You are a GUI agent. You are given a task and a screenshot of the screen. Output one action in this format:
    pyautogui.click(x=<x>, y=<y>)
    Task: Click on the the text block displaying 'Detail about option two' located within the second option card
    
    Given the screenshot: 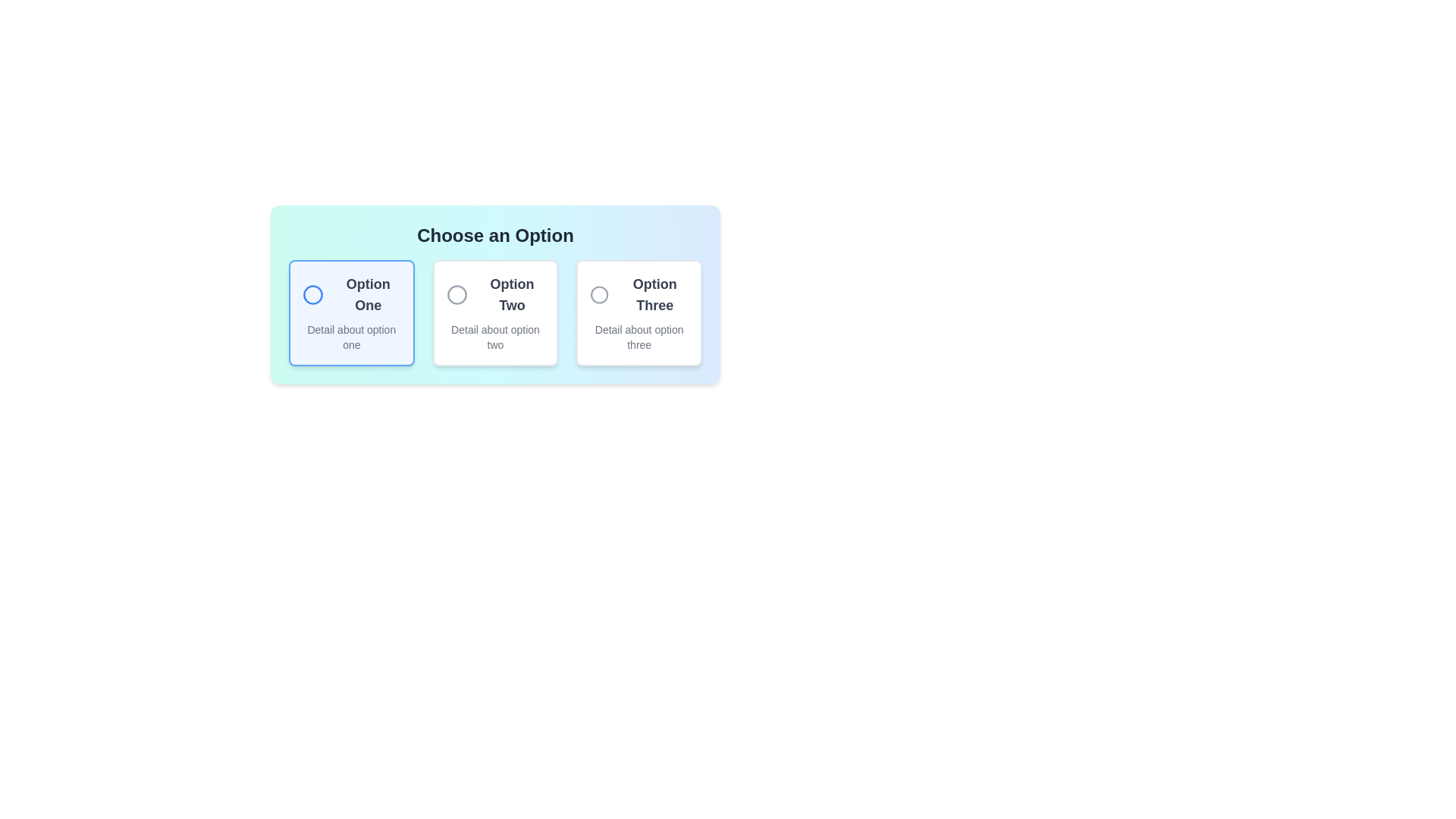 What is the action you would take?
    pyautogui.click(x=495, y=336)
    